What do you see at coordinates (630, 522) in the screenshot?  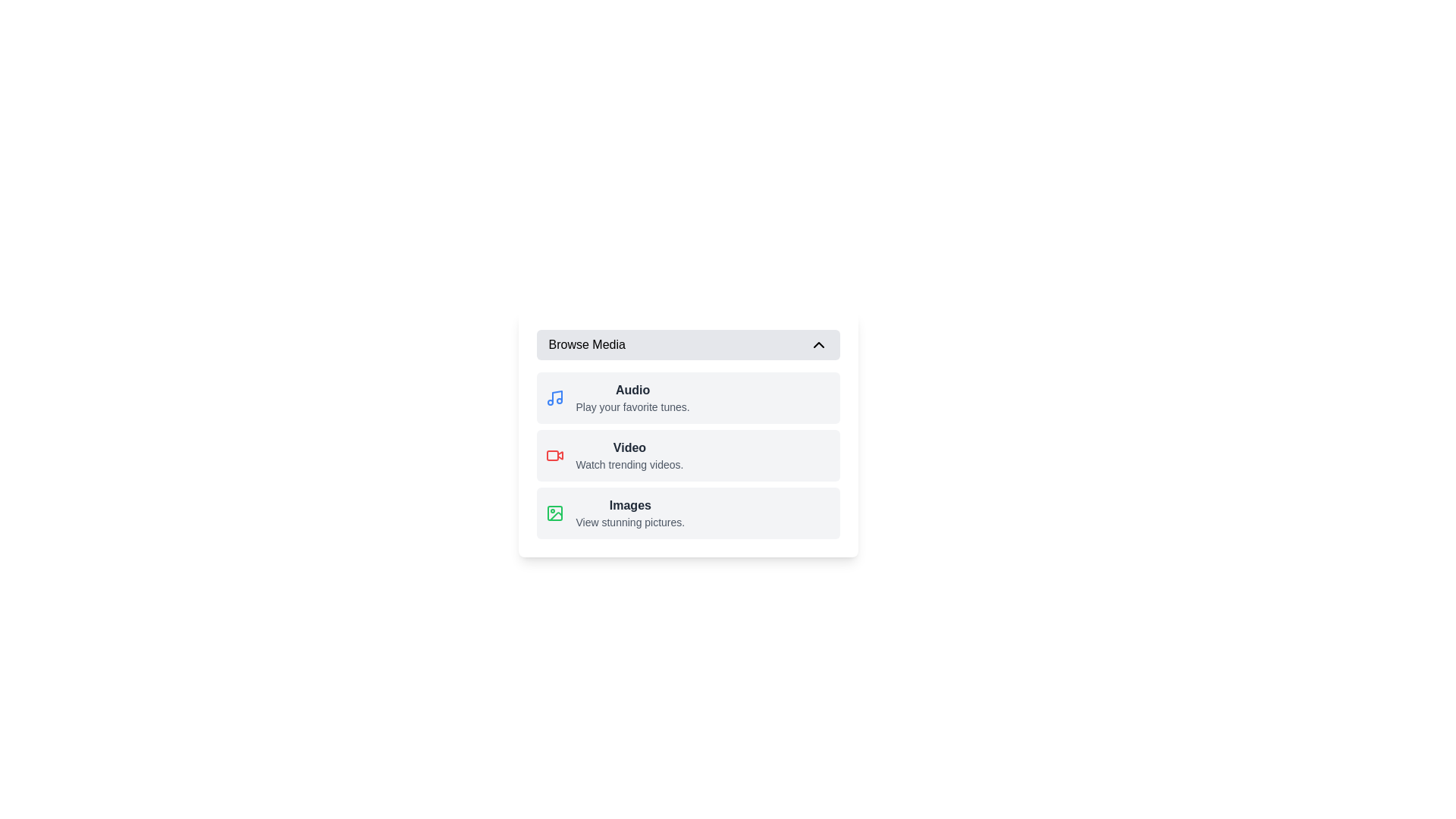 I see `the text block that displays 'View stunning pictures.' located directly under the title 'Images' in the media browsing section` at bounding box center [630, 522].